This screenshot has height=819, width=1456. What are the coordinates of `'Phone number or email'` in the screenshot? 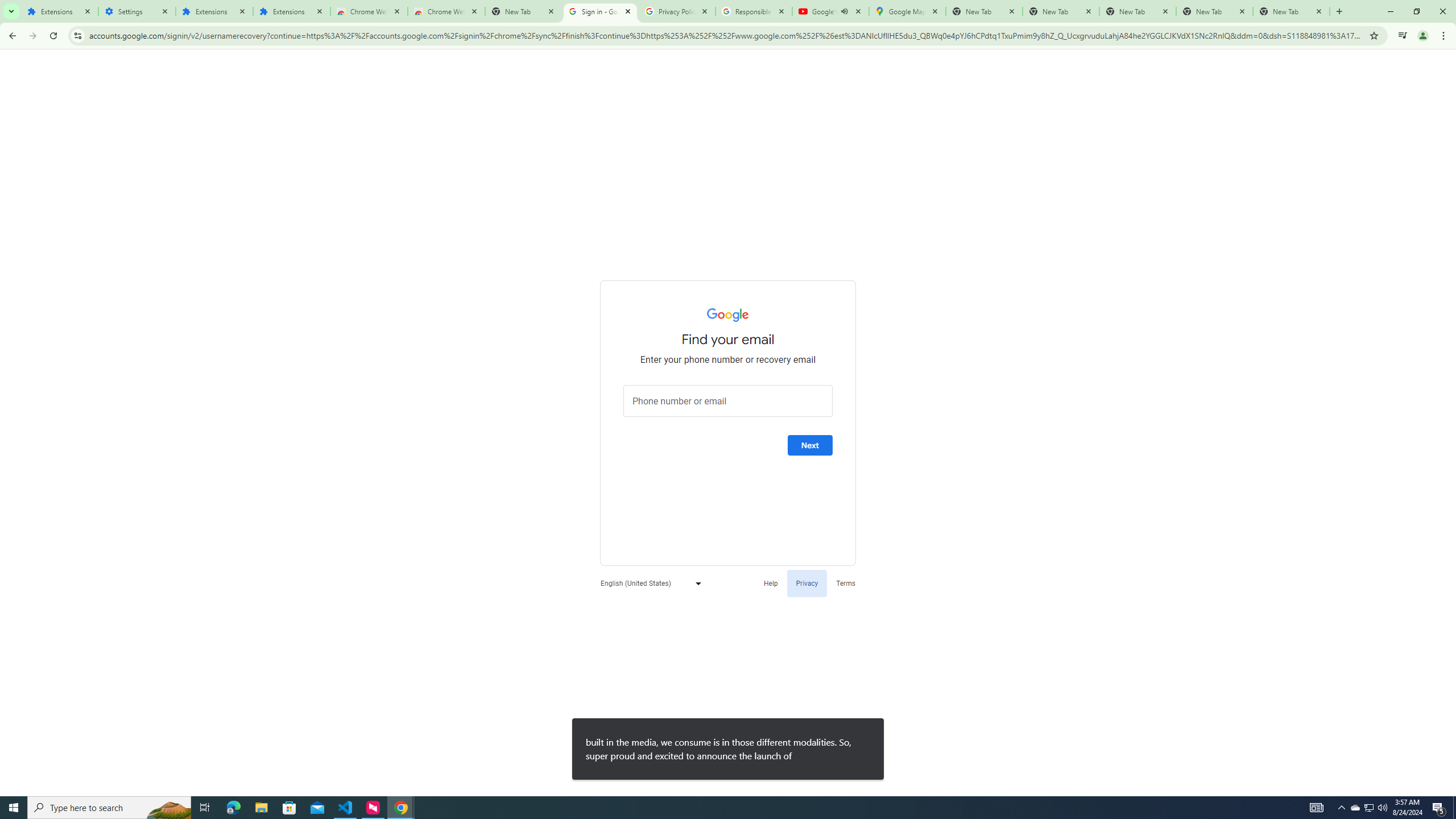 It's located at (728, 400).